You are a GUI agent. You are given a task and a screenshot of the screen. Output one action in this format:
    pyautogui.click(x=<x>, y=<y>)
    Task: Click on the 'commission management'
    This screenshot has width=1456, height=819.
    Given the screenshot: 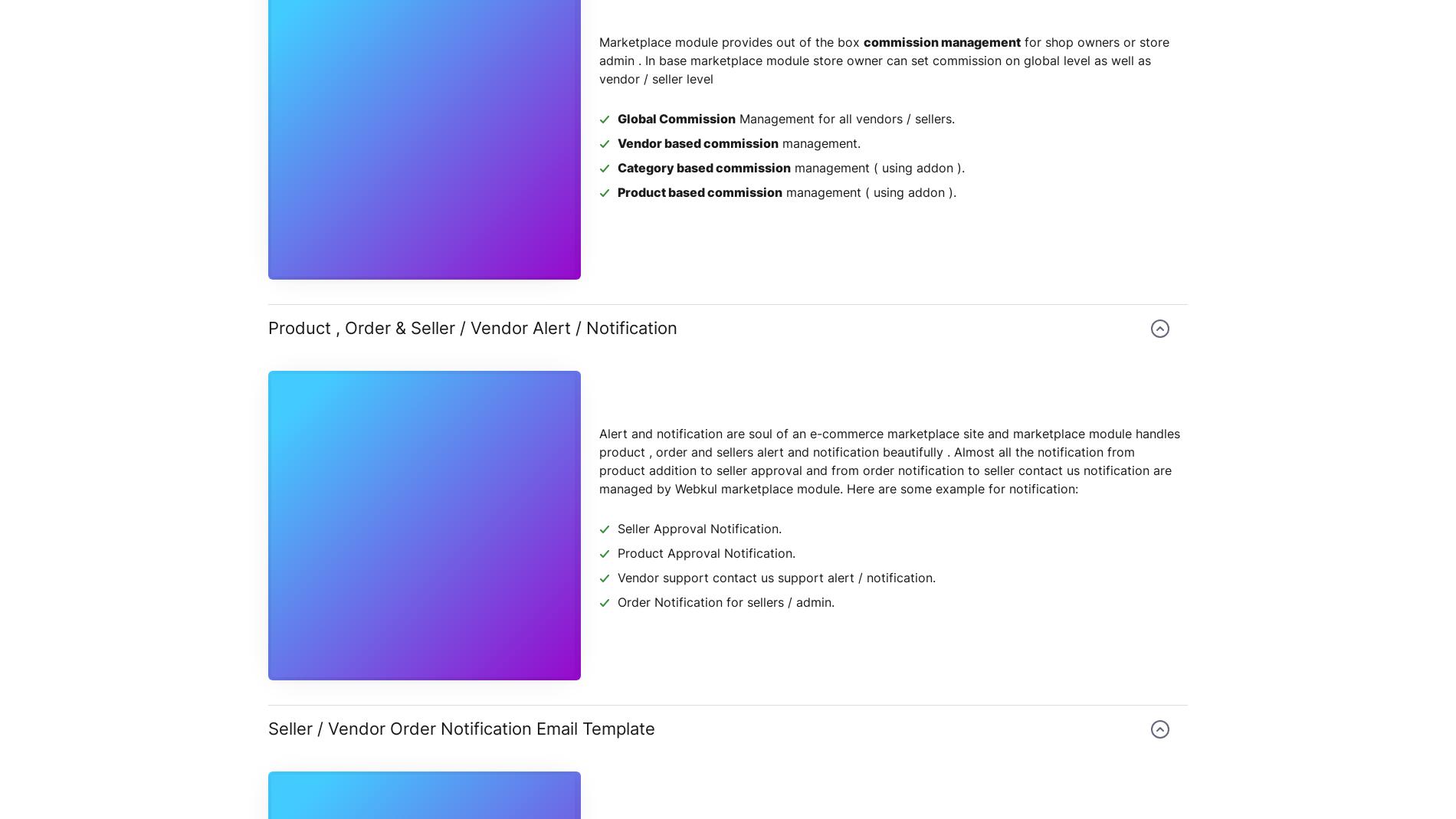 What is the action you would take?
    pyautogui.click(x=941, y=41)
    